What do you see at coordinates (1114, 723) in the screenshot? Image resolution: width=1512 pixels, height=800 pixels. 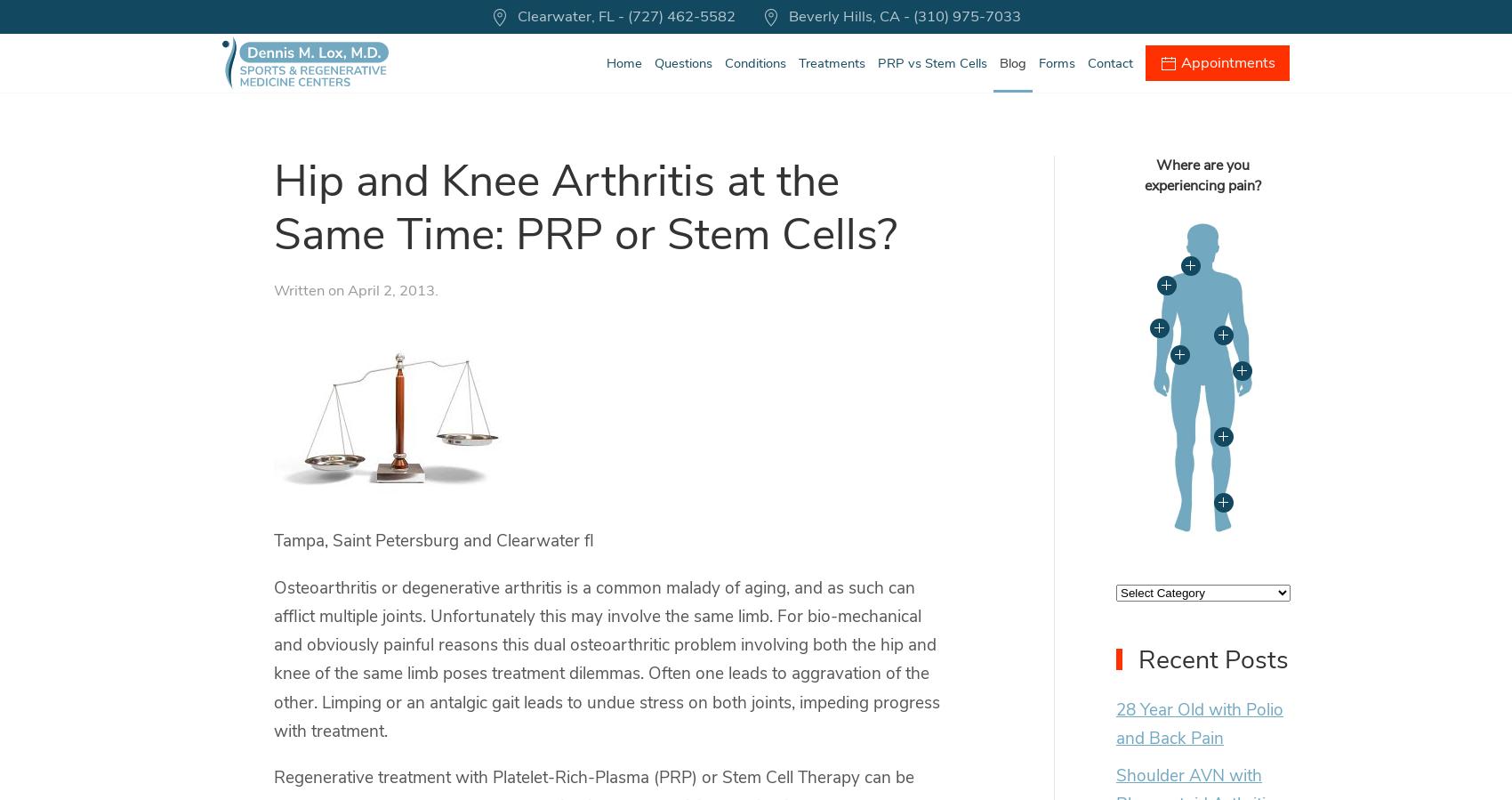 I see `'28 Year Old with Polio and Back Pain'` at bounding box center [1114, 723].